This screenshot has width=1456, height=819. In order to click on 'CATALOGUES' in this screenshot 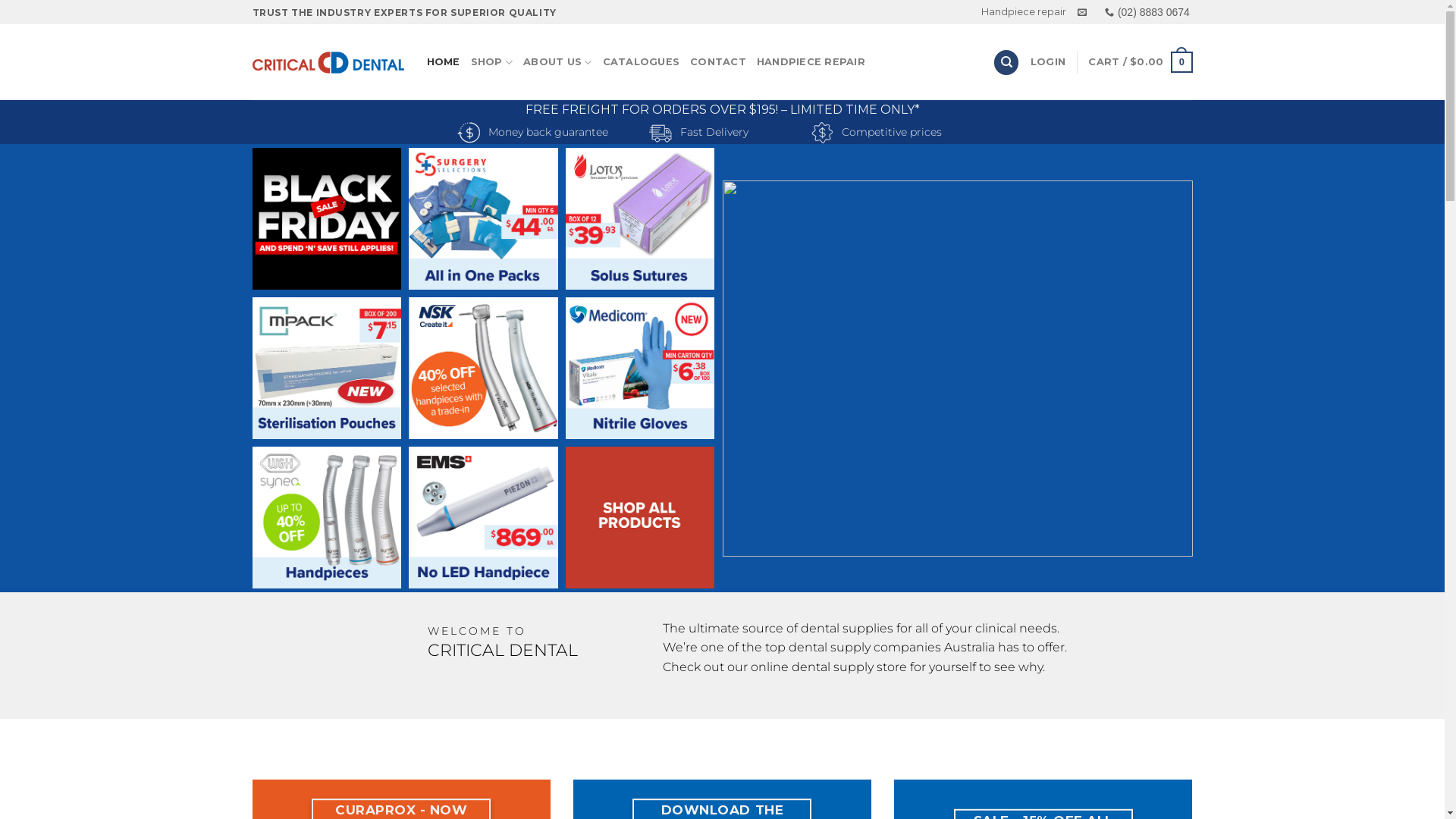, I will do `click(641, 61)`.